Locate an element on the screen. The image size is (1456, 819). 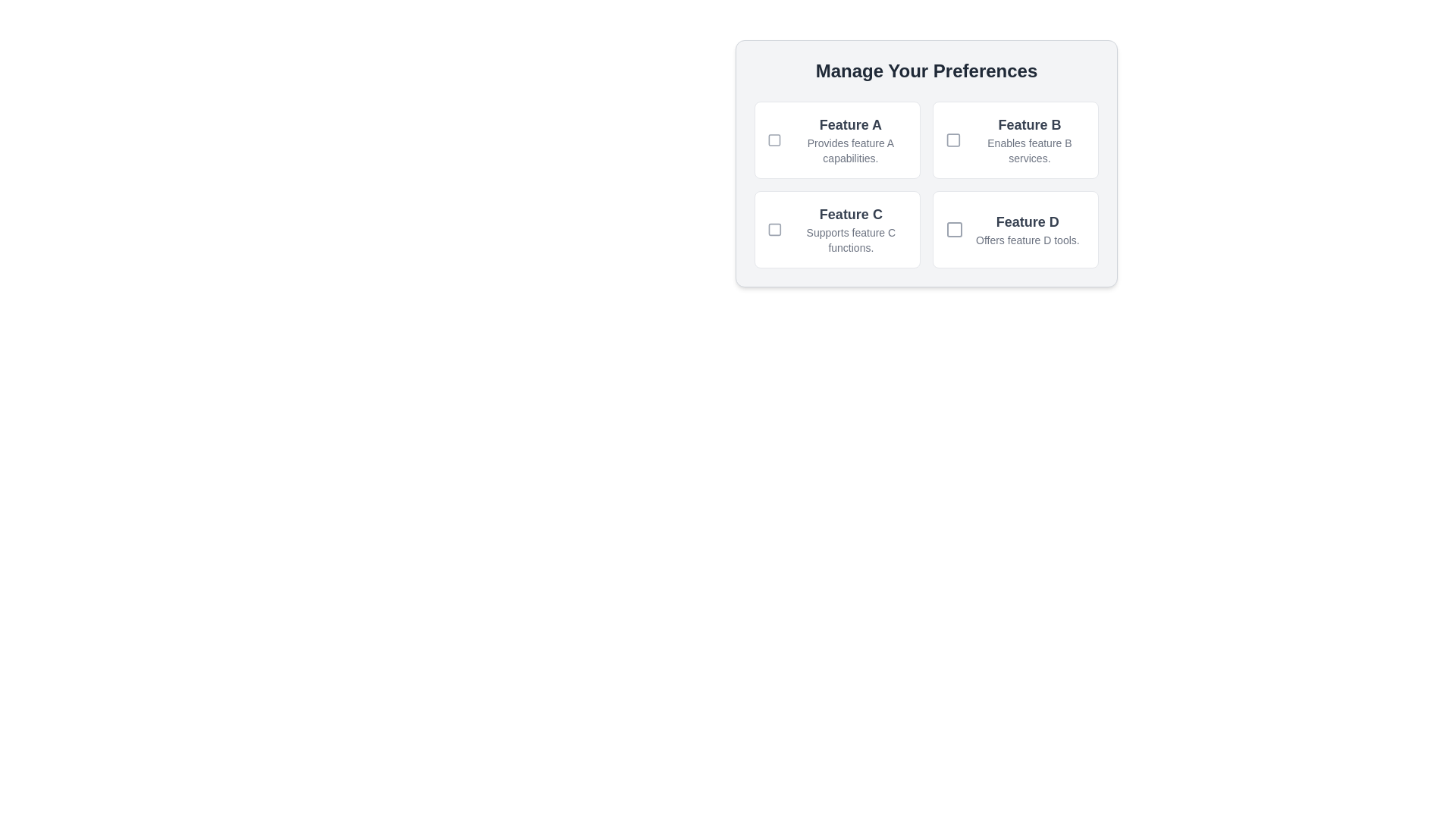
the SVG icon representing the 'Feature D' preference located in the lower-right corner of the grid under 'Manage Your Preferences' is located at coordinates (953, 230).